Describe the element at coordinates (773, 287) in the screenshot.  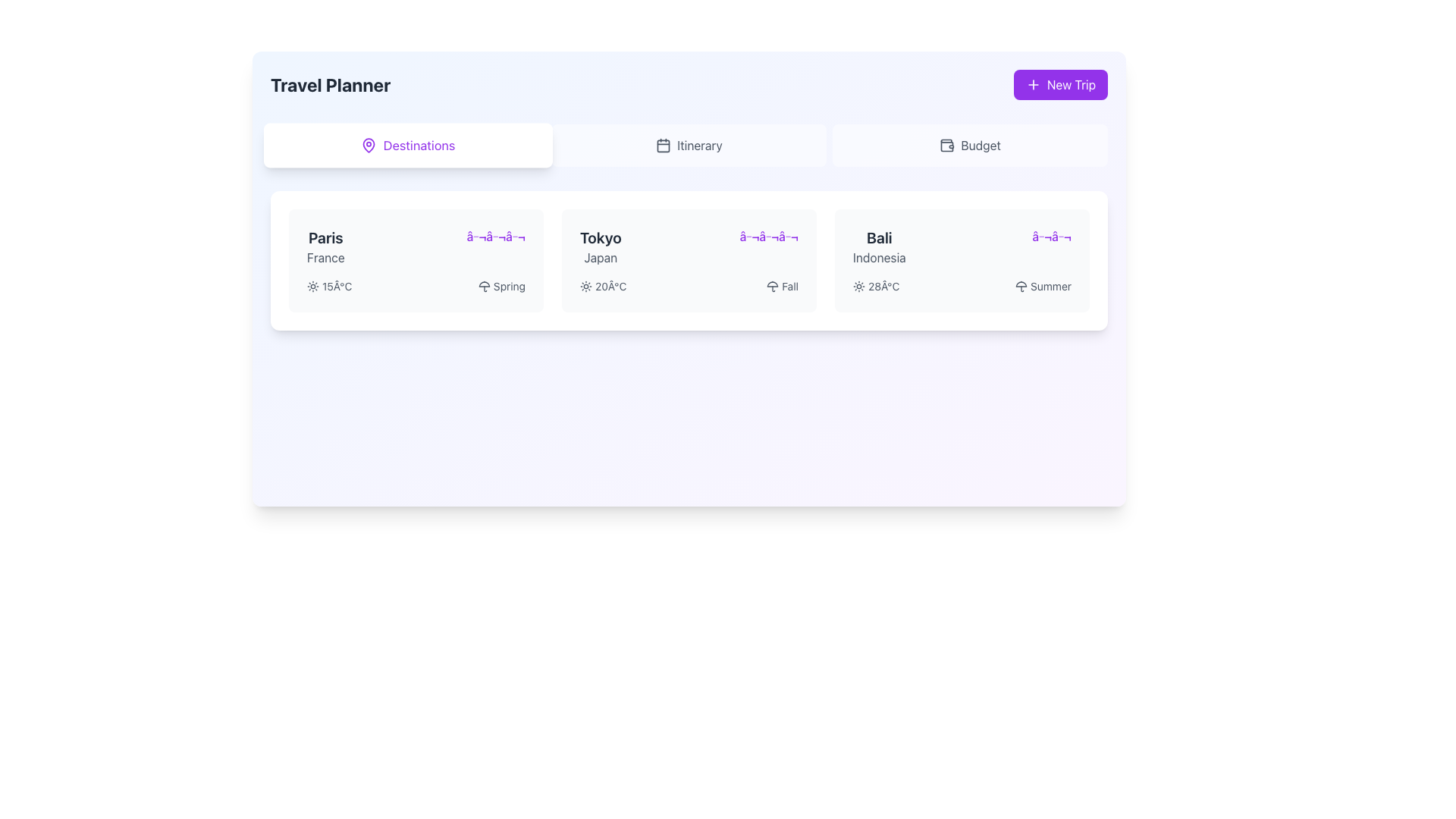
I see `the 'Fall' season icon located within the 'Tokyo' card, which is positioned directly to the left of the text 'Fall'` at that location.